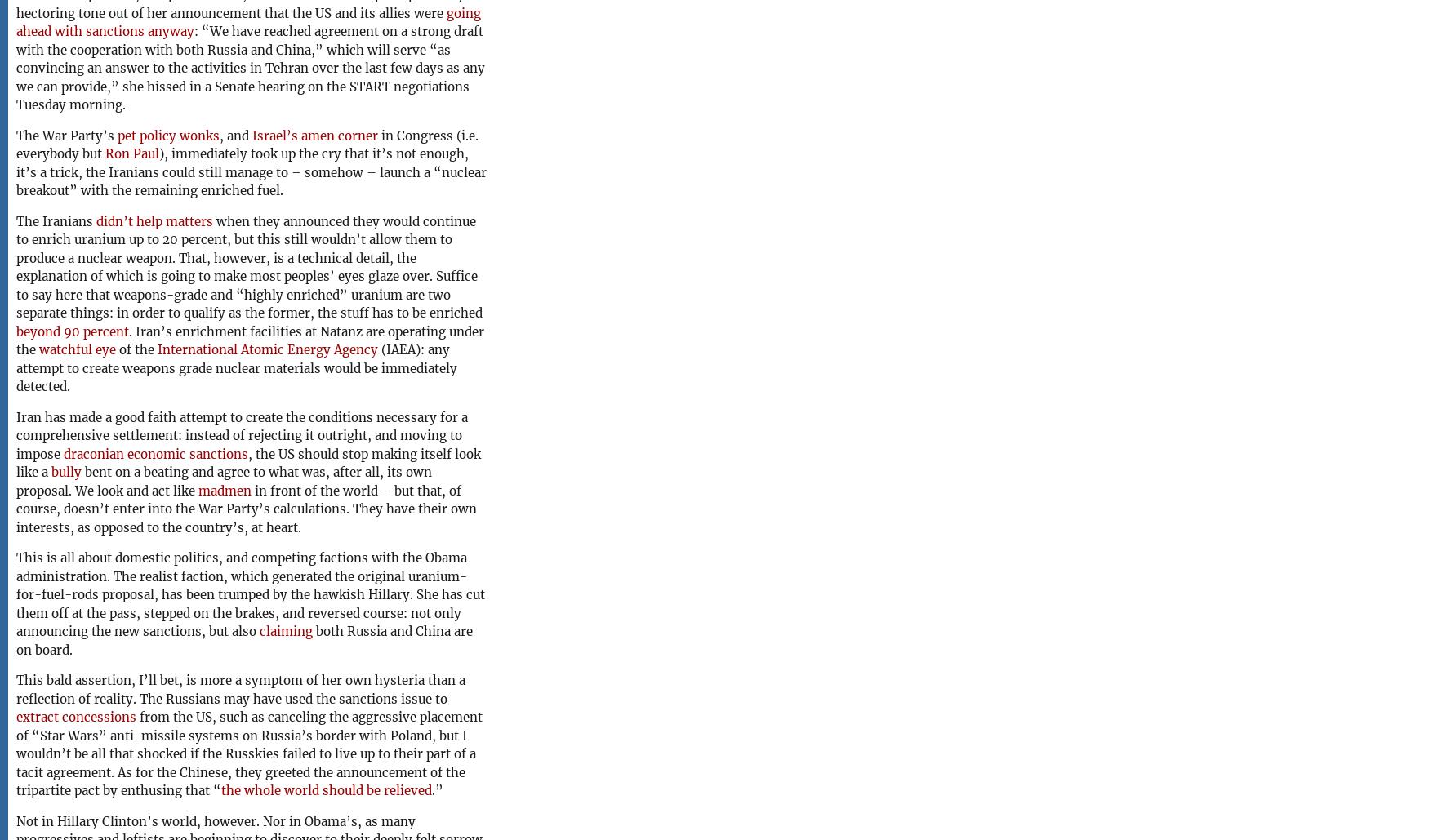 This screenshot has height=840, width=1429. I want to click on '),
immediately took up the cry that it’s not enough, it’s a trick,
the Iranians could still manage to – somehow – launch a “nuclear
breakout” with the remaining enriched fuel.', so click(251, 172).